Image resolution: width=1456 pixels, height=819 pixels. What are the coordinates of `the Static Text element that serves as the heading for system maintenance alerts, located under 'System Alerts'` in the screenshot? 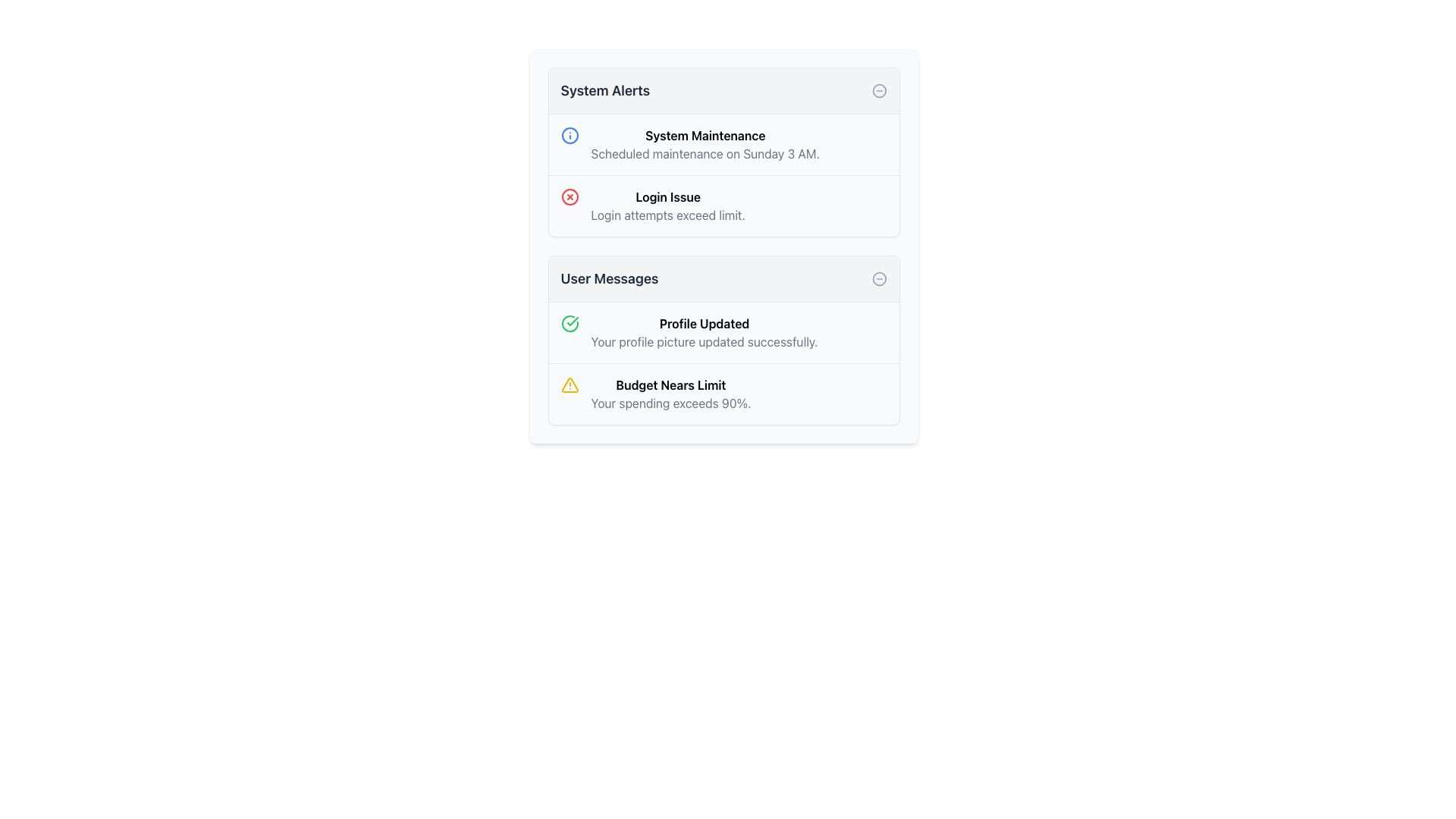 It's located at (704, 134).